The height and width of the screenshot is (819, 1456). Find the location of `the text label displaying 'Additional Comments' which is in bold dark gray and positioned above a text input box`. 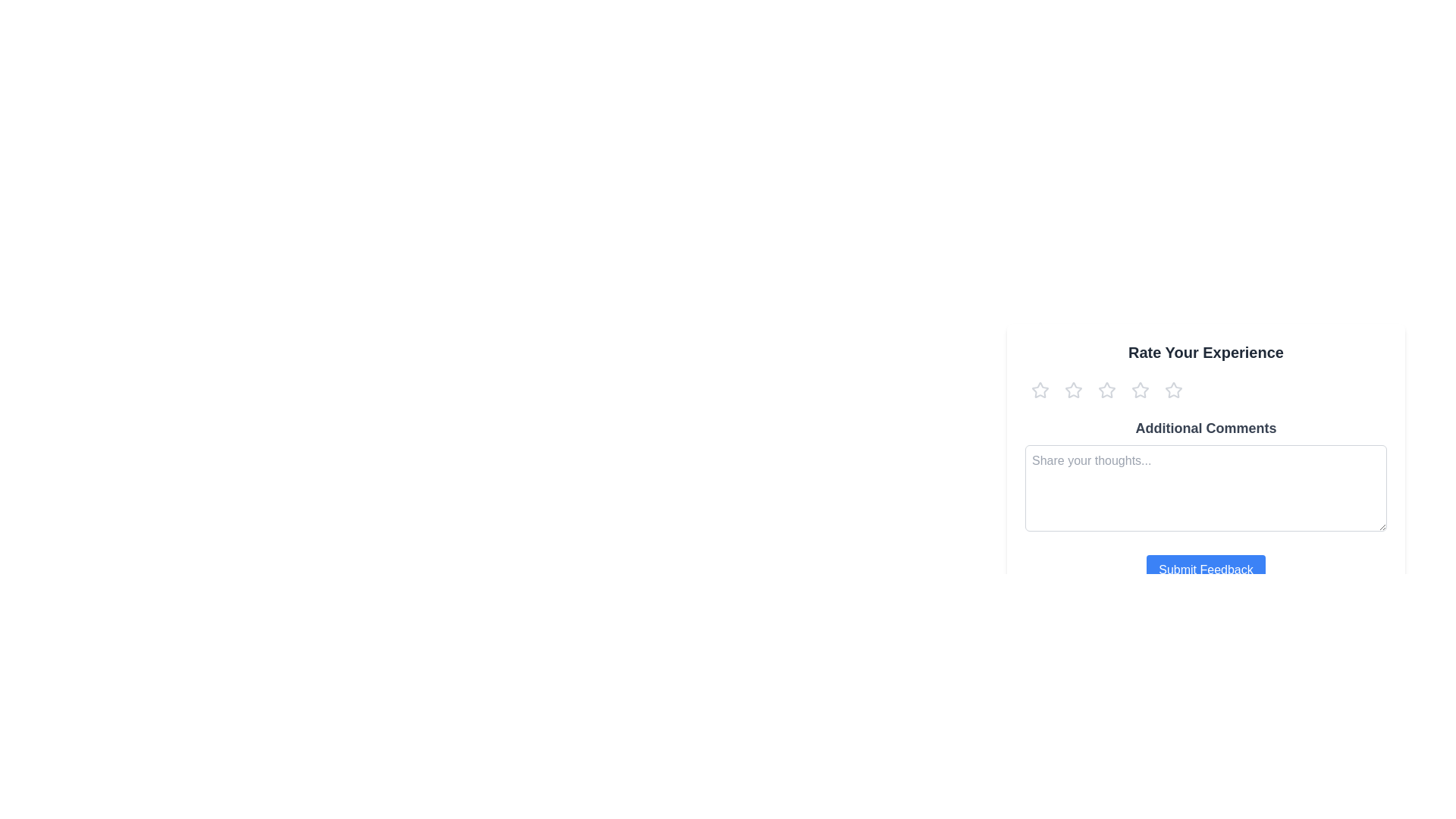

the text label displaying 'Additional Comments' which is in bold dark gray and positioned above a text input box is located at coordinates (1205, 428).